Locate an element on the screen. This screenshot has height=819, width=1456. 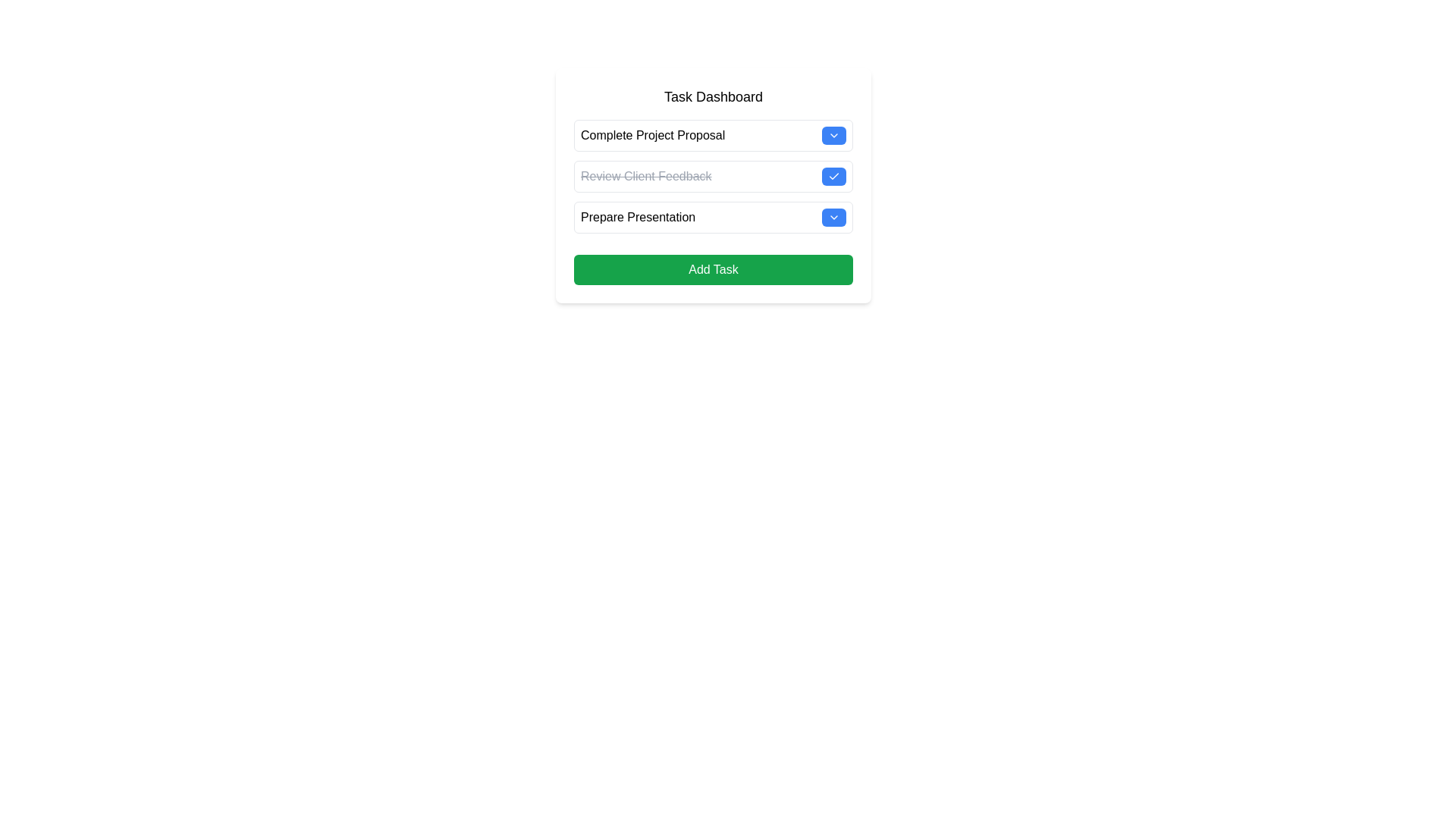
the text label that displays a completed task title, indicated by strikethrough style and gray color is located at coordinates (646, 175).